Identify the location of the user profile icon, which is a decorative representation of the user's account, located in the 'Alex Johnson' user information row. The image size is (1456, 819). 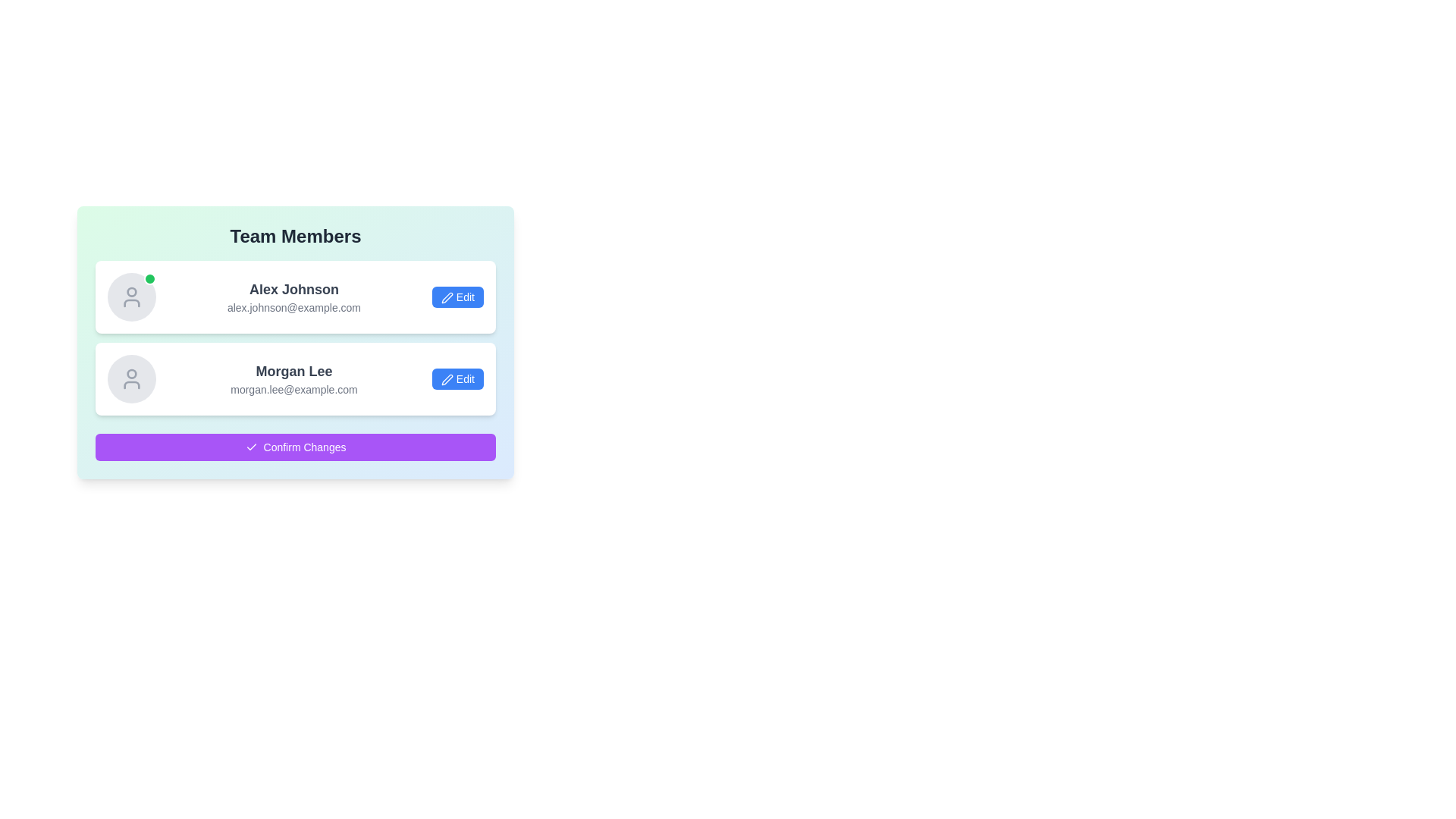
(131, 297).